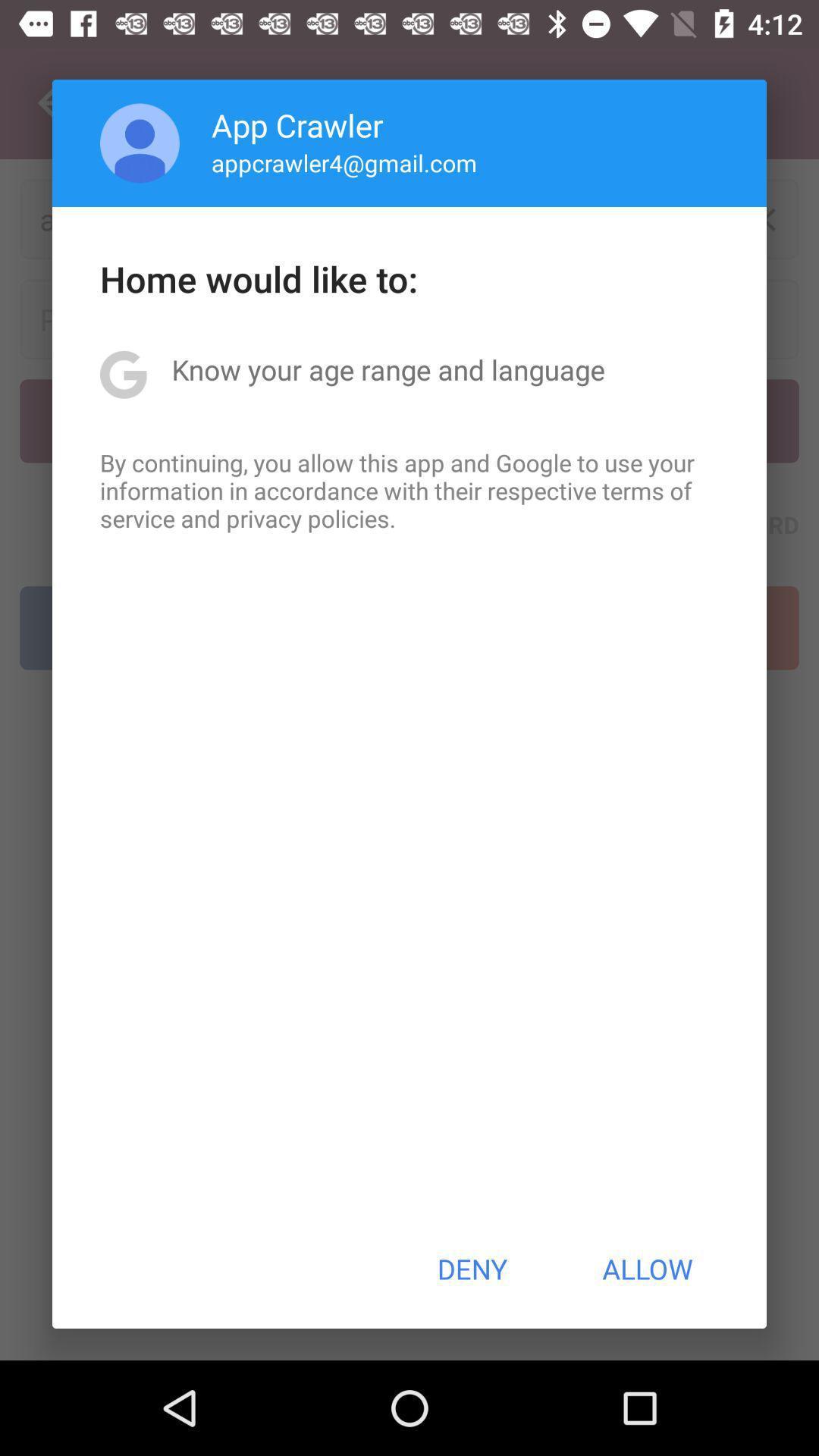  What do you see at coordinates (471, 1269) in the screenshot?
I see `the button to the left of allow item` at bounding box center [471, 1269].